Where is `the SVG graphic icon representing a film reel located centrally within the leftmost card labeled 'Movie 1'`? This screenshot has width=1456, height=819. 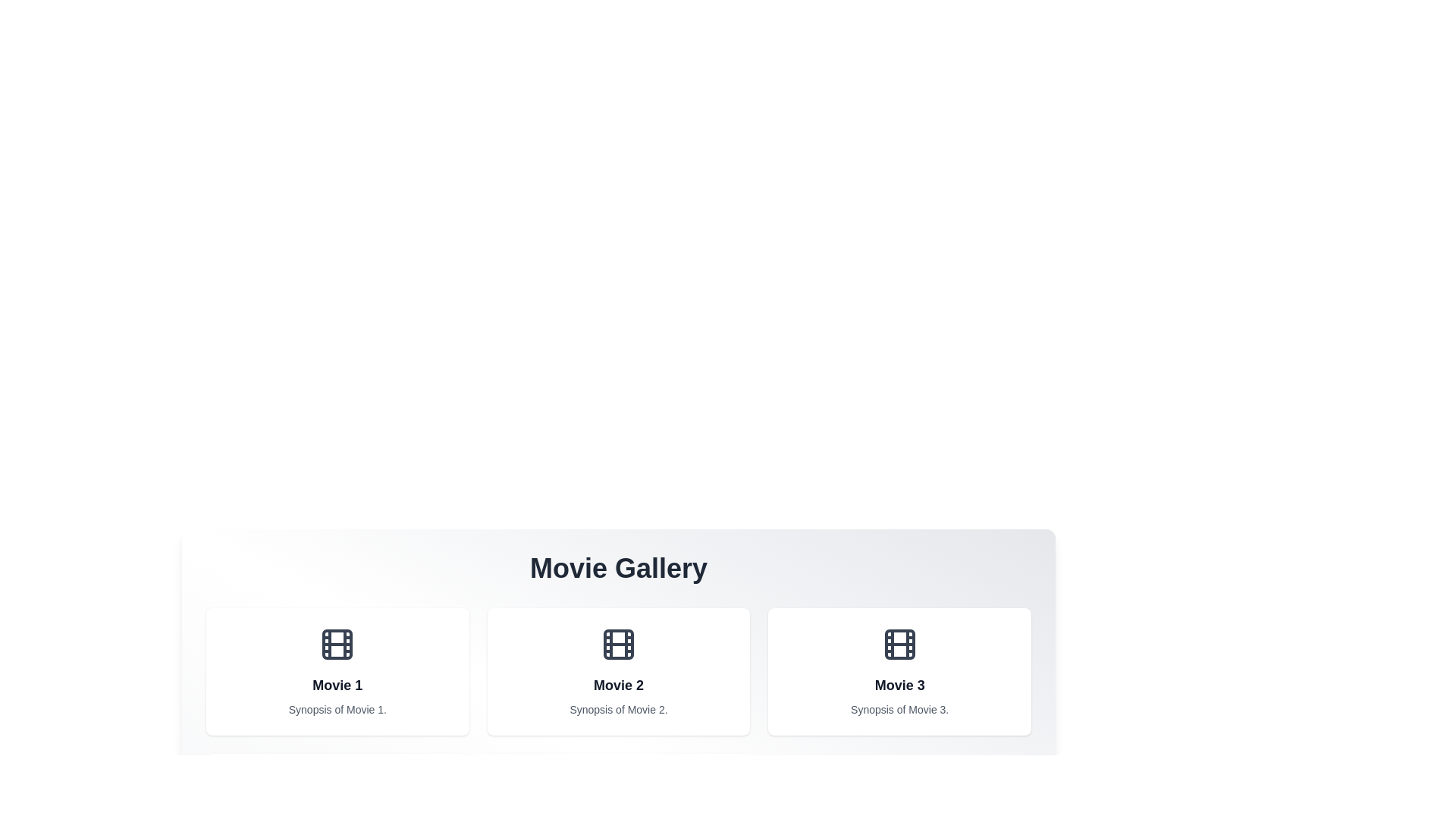
the SVG graphic icon representing a film reel located centrally within the leftmost card labeled 'Movie 1' is located at coordinates (337, 644).